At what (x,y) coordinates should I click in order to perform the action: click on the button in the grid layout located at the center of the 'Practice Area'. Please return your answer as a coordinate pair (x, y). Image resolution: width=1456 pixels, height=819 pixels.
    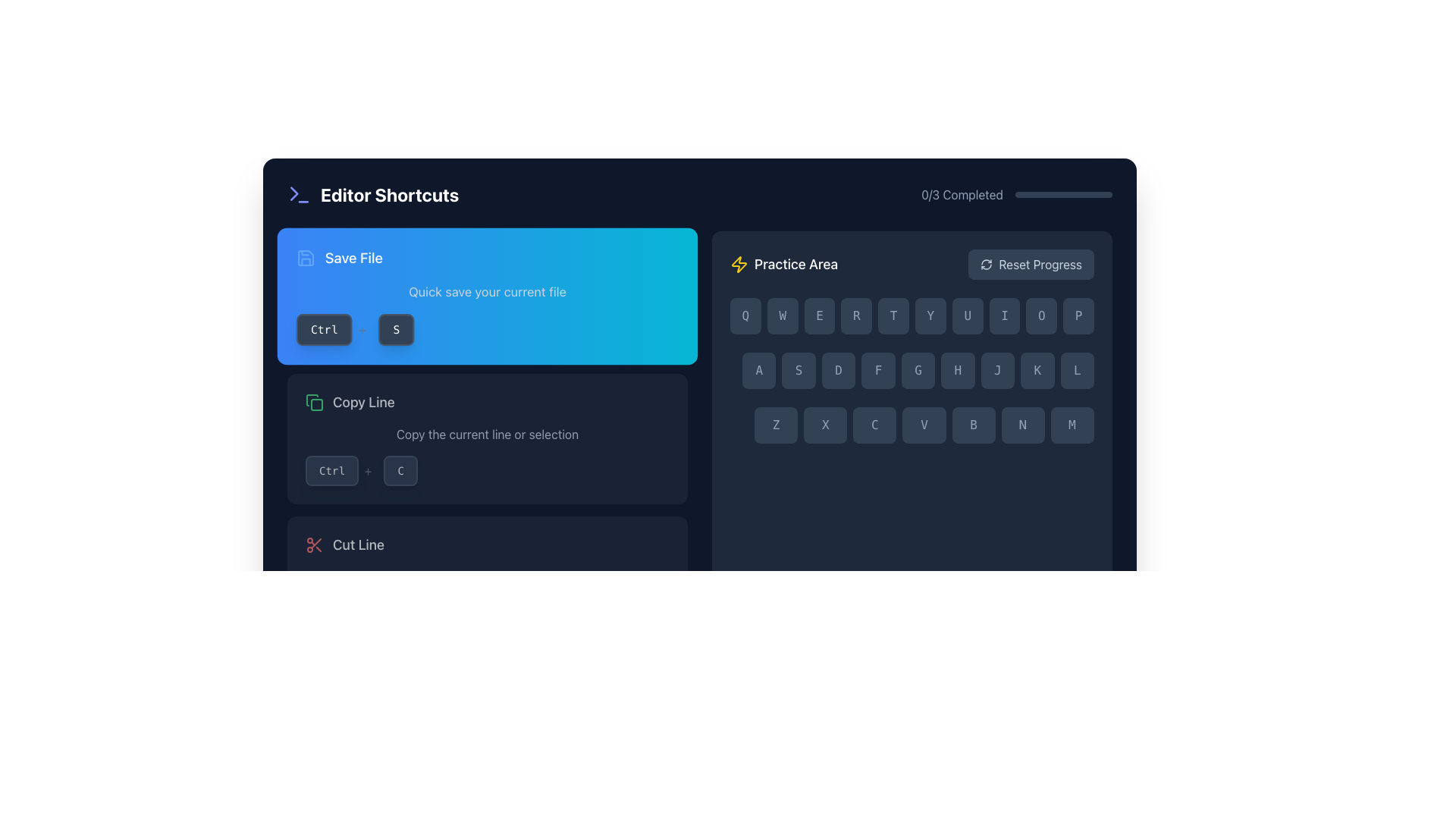
    Looking at the image, I should click on (917, 371).